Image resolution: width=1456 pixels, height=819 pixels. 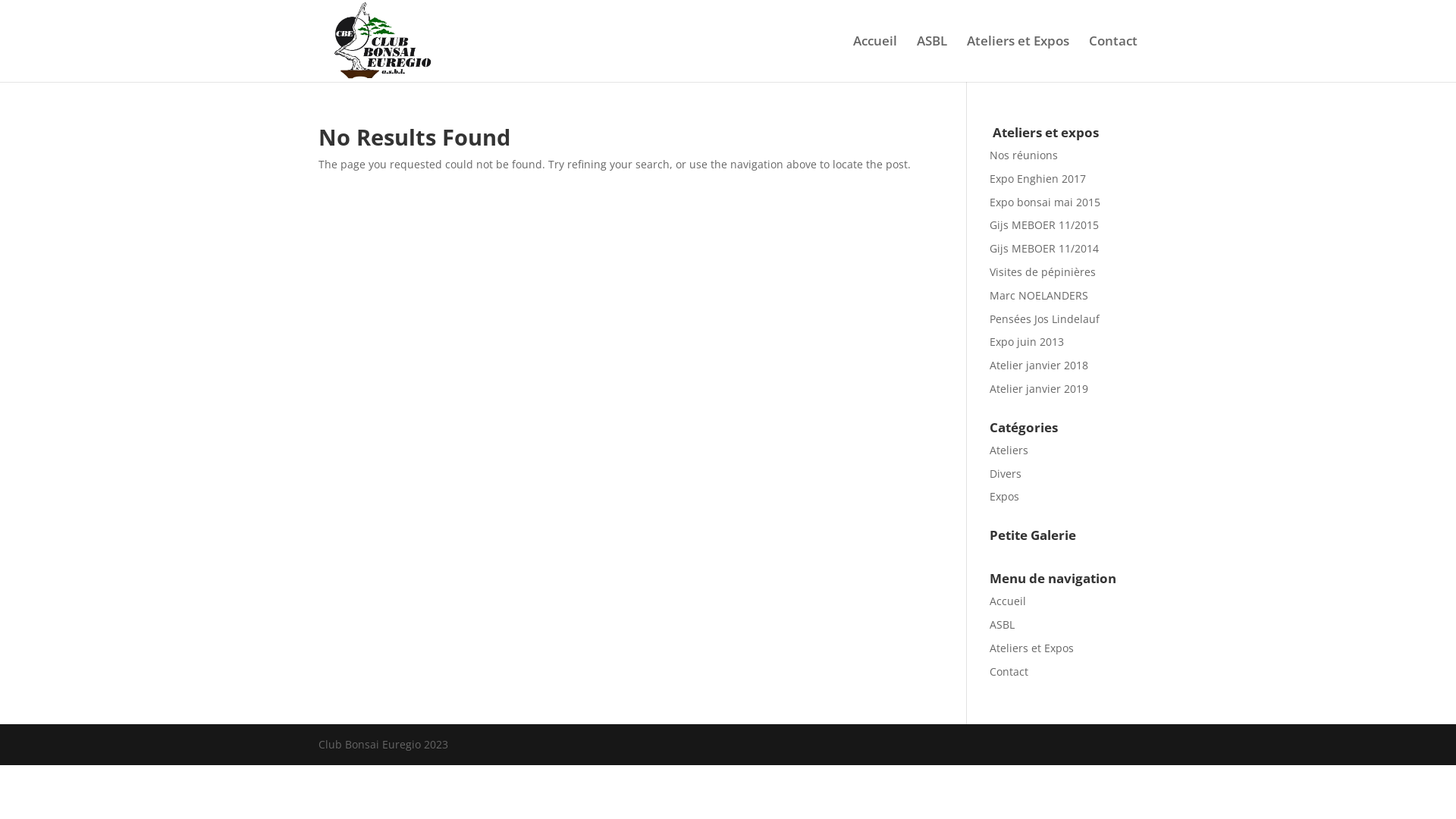 I want to click on 'Atelier janvier 2019', so click(x=1037, y=388).